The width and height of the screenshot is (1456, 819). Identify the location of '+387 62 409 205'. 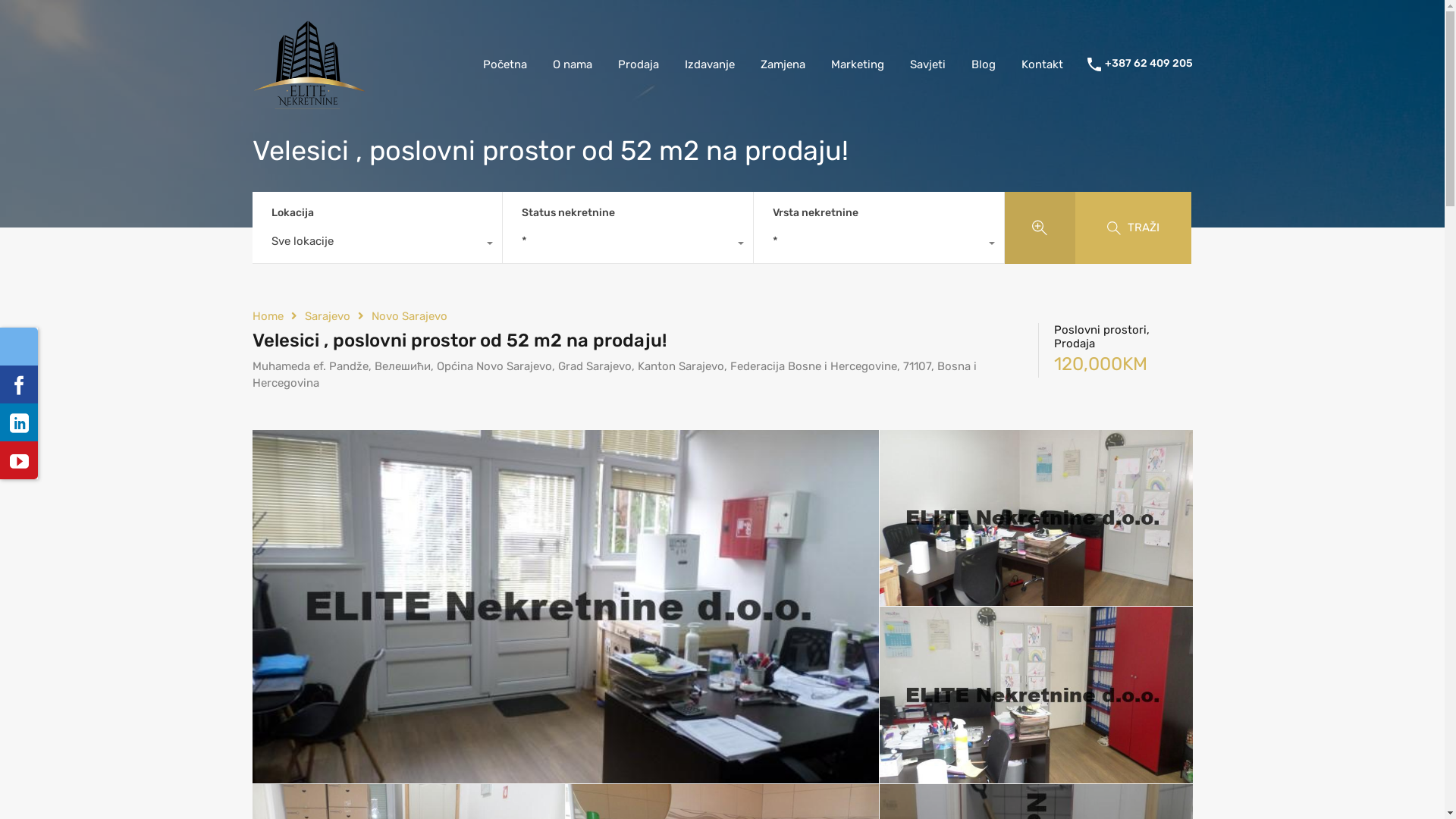
(1147, 63).